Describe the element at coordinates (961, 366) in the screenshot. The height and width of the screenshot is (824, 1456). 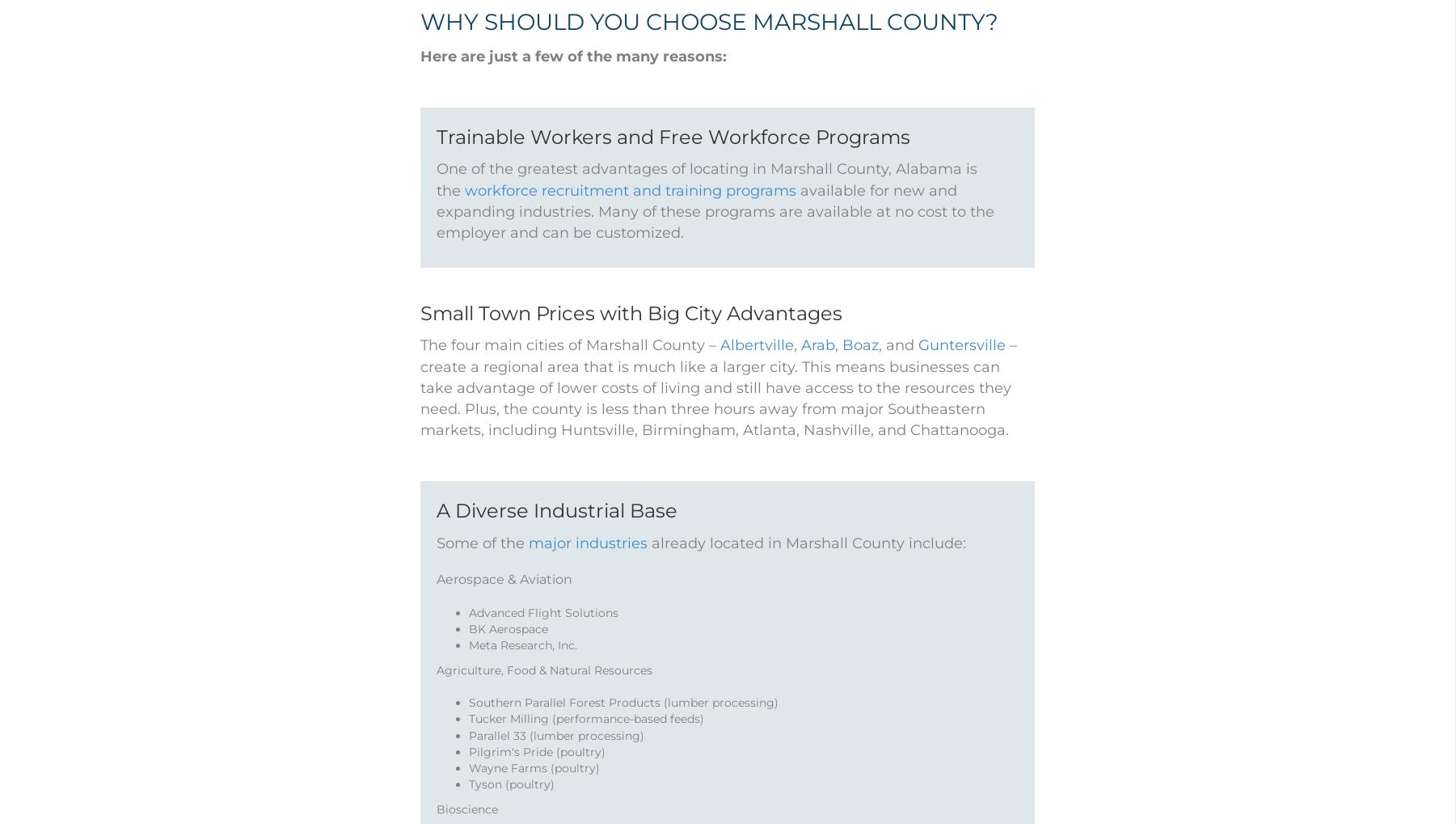
I see `'Guntersville'` at that location.